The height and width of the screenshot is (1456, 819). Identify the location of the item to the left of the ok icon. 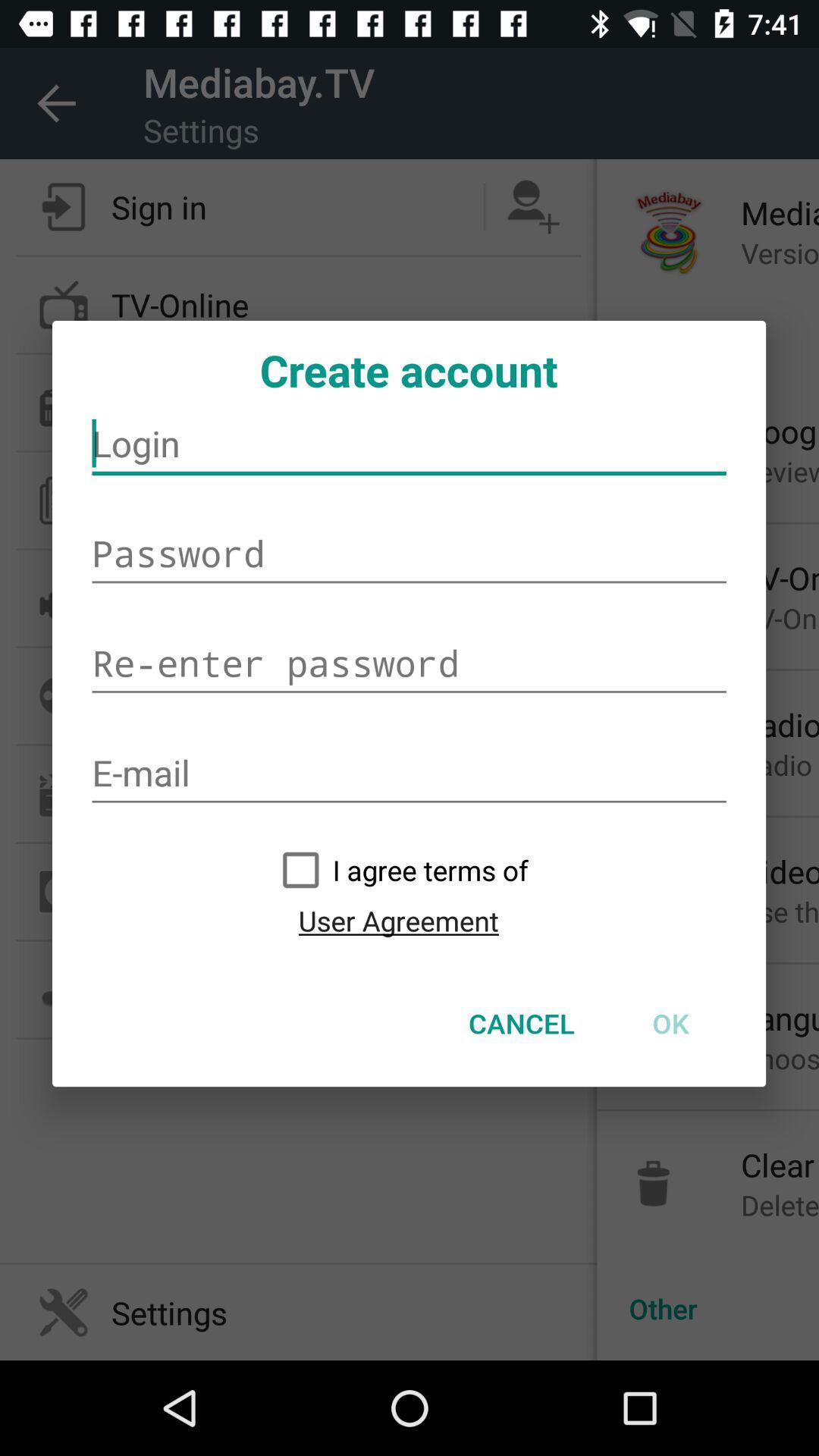
(521, 1023).